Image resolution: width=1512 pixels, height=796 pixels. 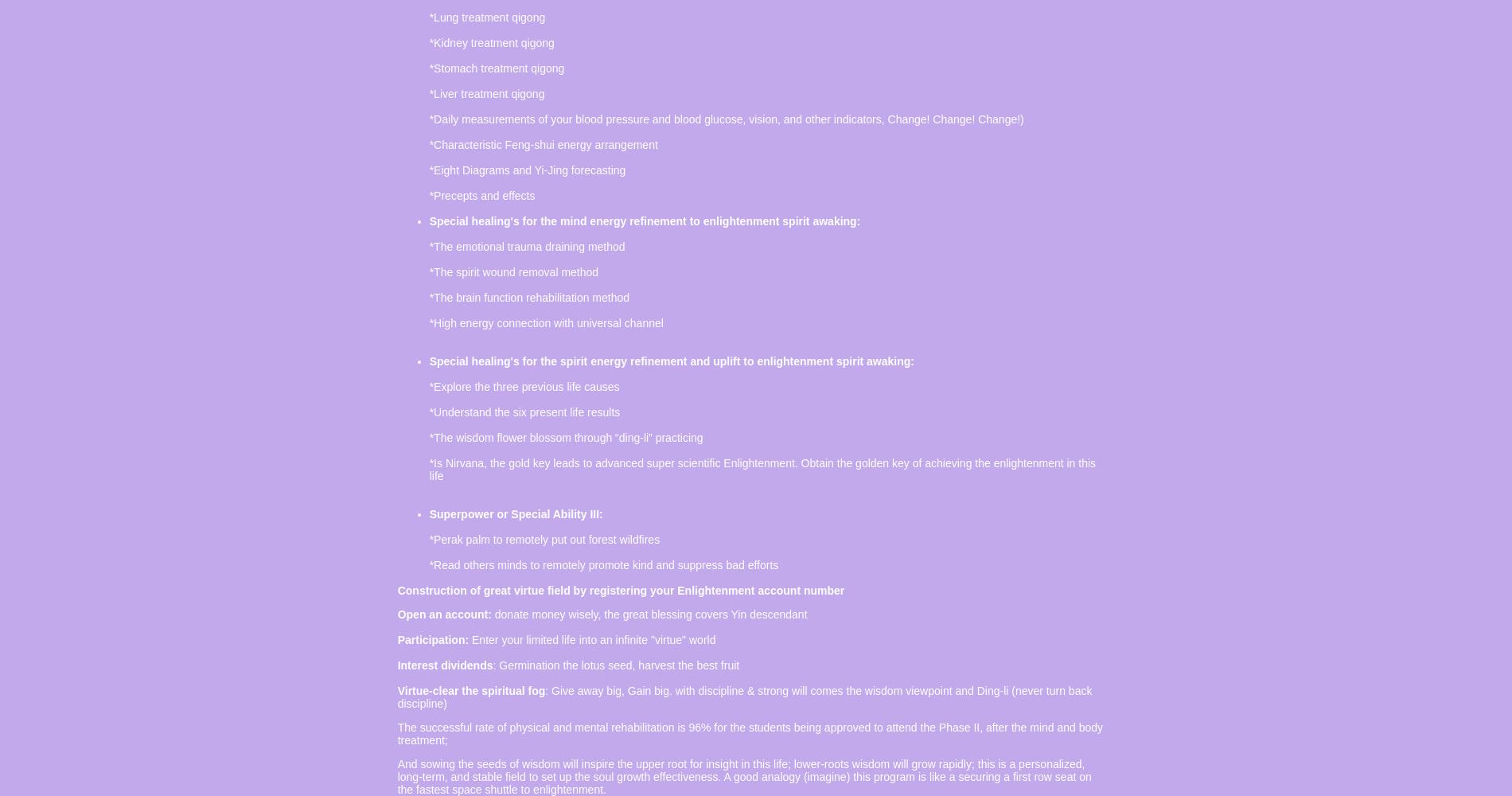 What do you see at coordinates (749, 734) in the screenshot?
I see `'The successful rate of physical and mental rehabilitation is 96% for the students being approved to attend the Phase II, after the mind and body treatment;'` at bounding box center [749, 734].